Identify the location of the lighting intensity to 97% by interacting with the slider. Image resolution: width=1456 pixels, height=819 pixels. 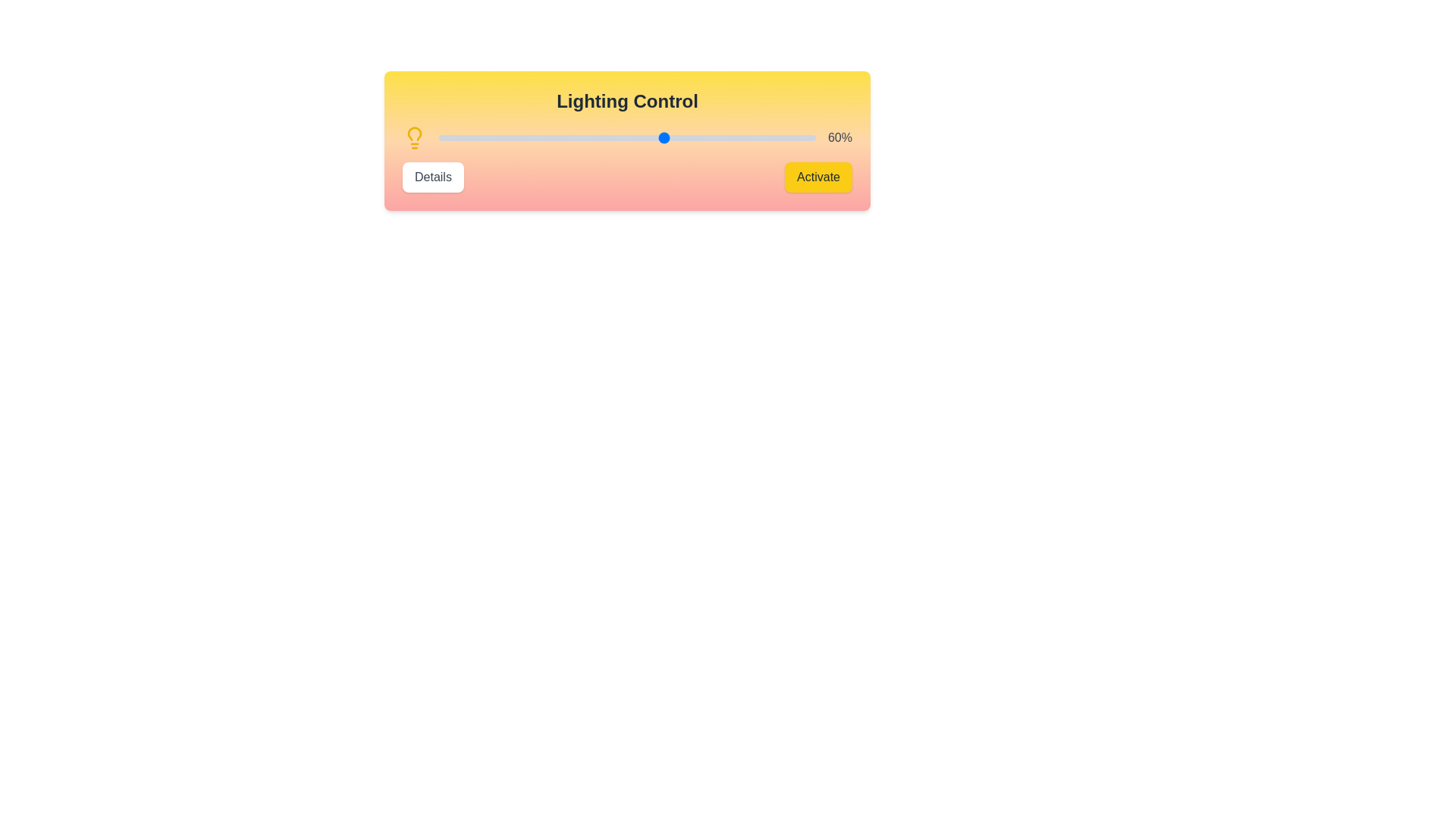
(803, 137).